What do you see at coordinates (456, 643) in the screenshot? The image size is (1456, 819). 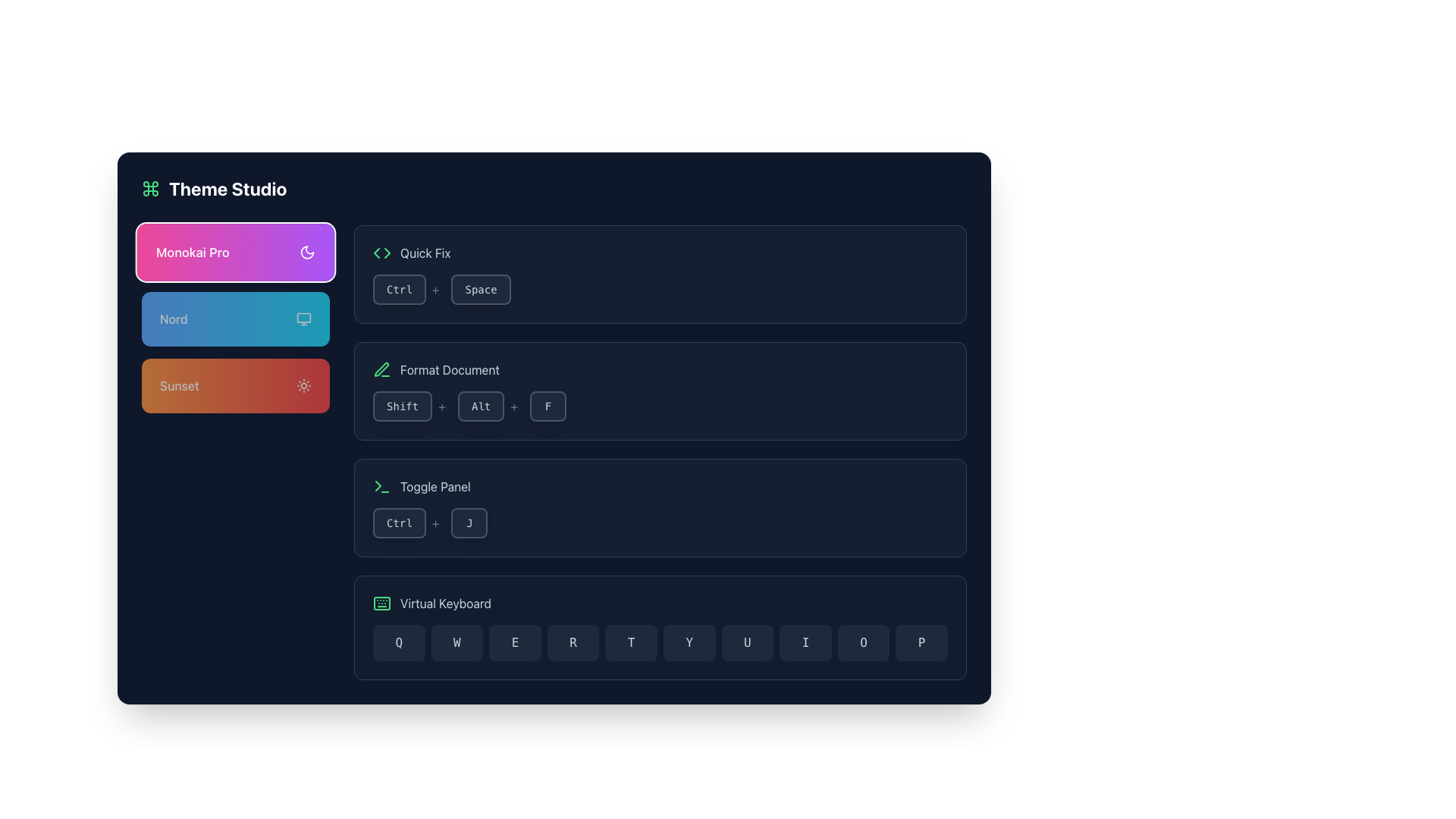 I see `the 'W' button on the virtual keyboard to input the letter 'W'` at bounding box center [456, 643].